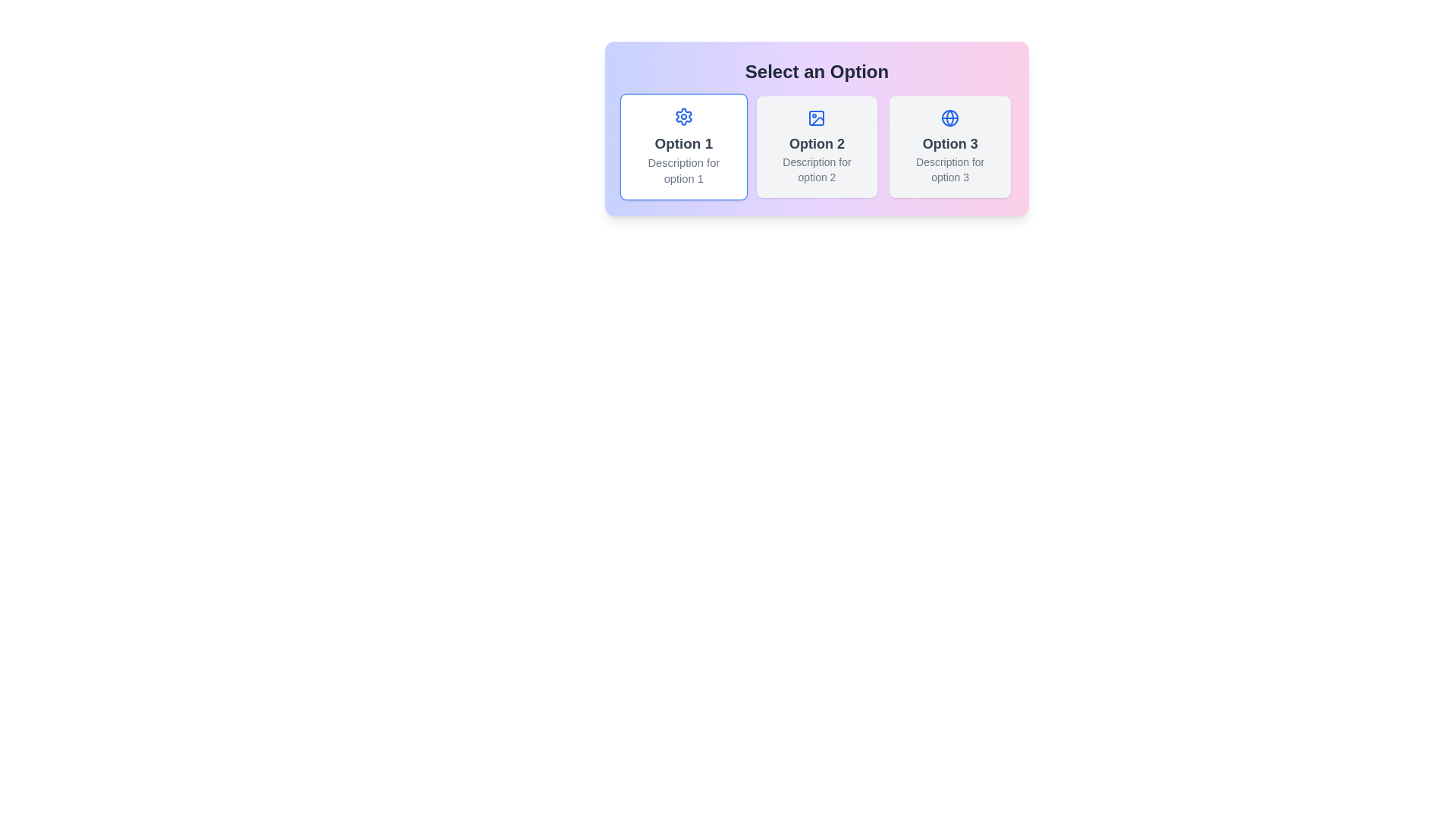 The width and height of the screenshot is (1456, 819). What do you see at coordinates (816, 143) in the screenshot?
I see `the bold text label 'Option 2' located in the middle option card of the selection menu` at bounding box center [816, 143].